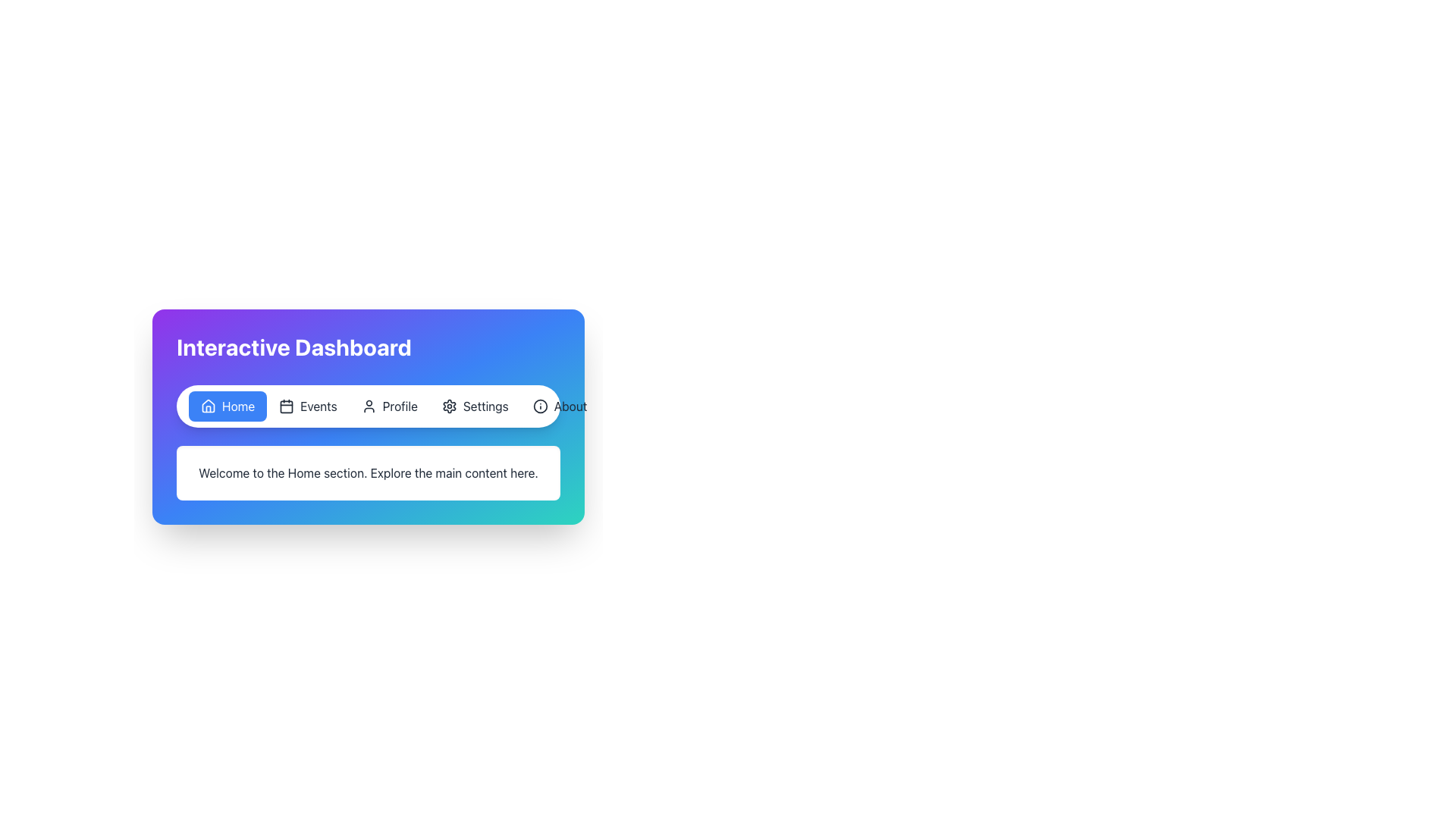 The image size is (1456, 819). Describe the element at coordinates (400, 406) in the screenshot. I see `the text label displaying 'Profile' in black, which is part of the horizontal navigation bar located next to the user silhouette icon` at that location.